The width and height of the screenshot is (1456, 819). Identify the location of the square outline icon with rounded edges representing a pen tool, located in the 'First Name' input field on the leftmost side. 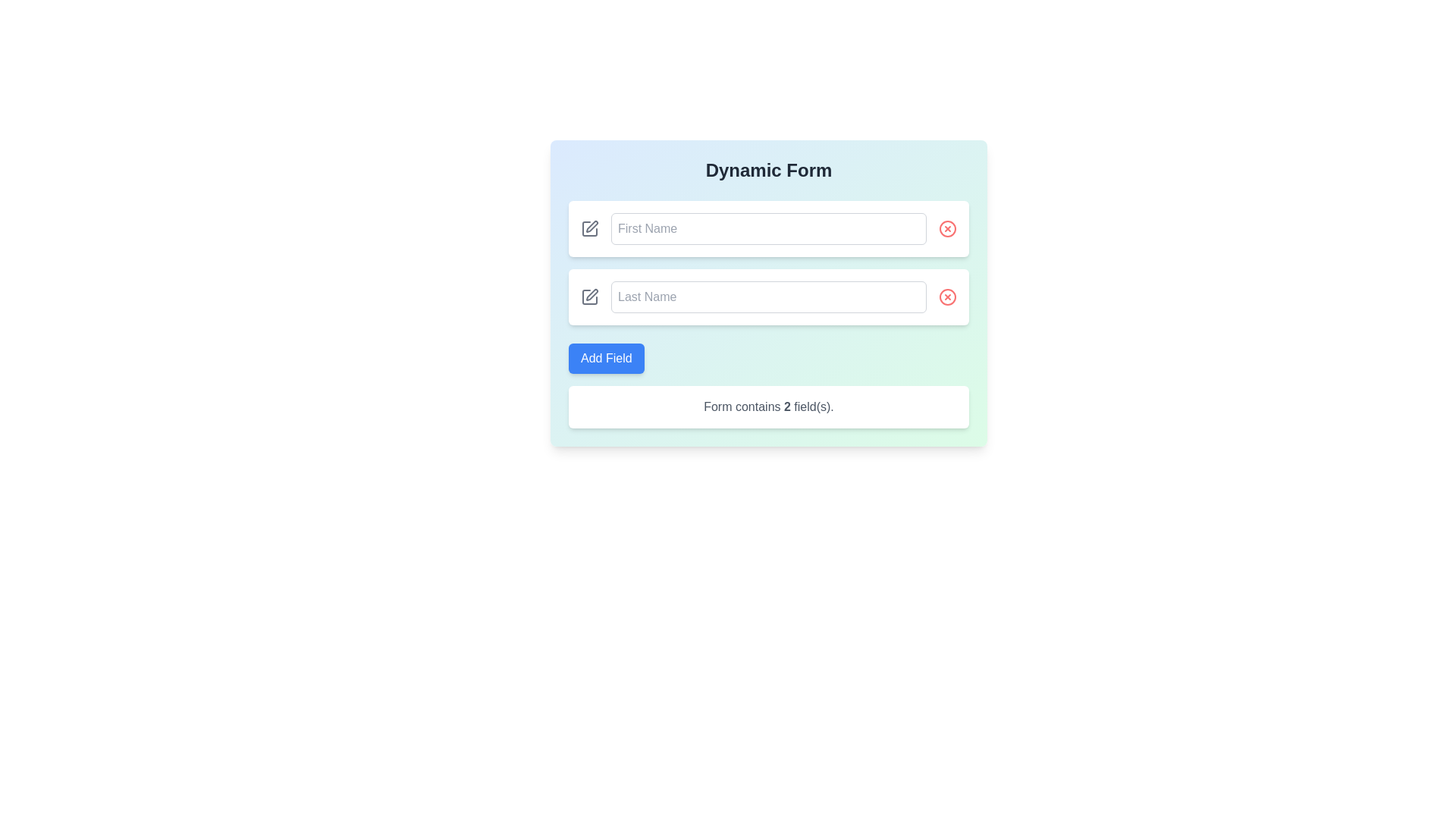
(588, 228).